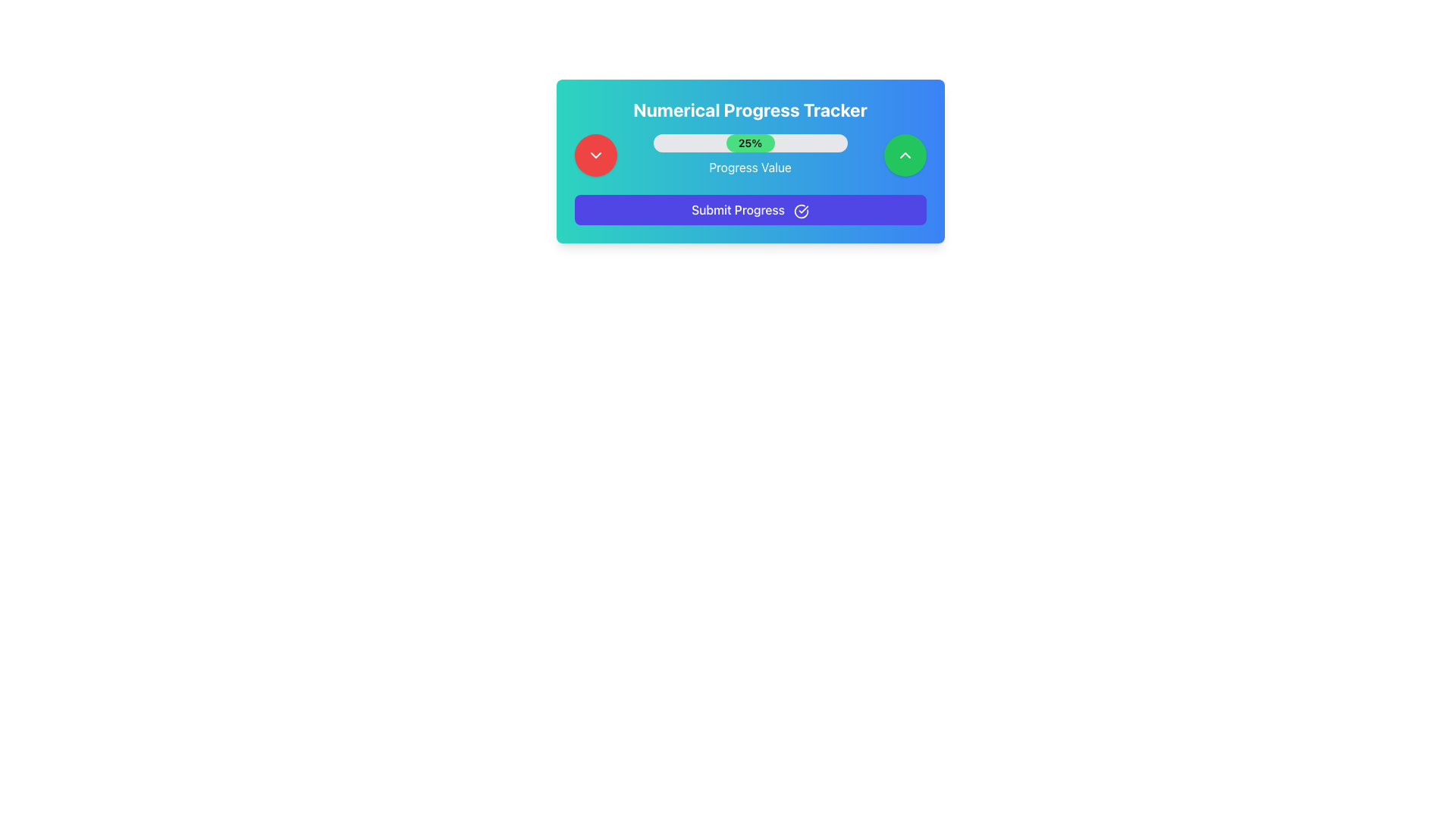 The width and height of the screenshot is (1456, 819). What do you see at coordinates (750, 143) in the screenshot?
I see `the Progress Bar that visually represents 25% completion, located below the header 'Numerical Progress Tracker' and above the label 'Progress Value'` at bounding box center [750, 143].